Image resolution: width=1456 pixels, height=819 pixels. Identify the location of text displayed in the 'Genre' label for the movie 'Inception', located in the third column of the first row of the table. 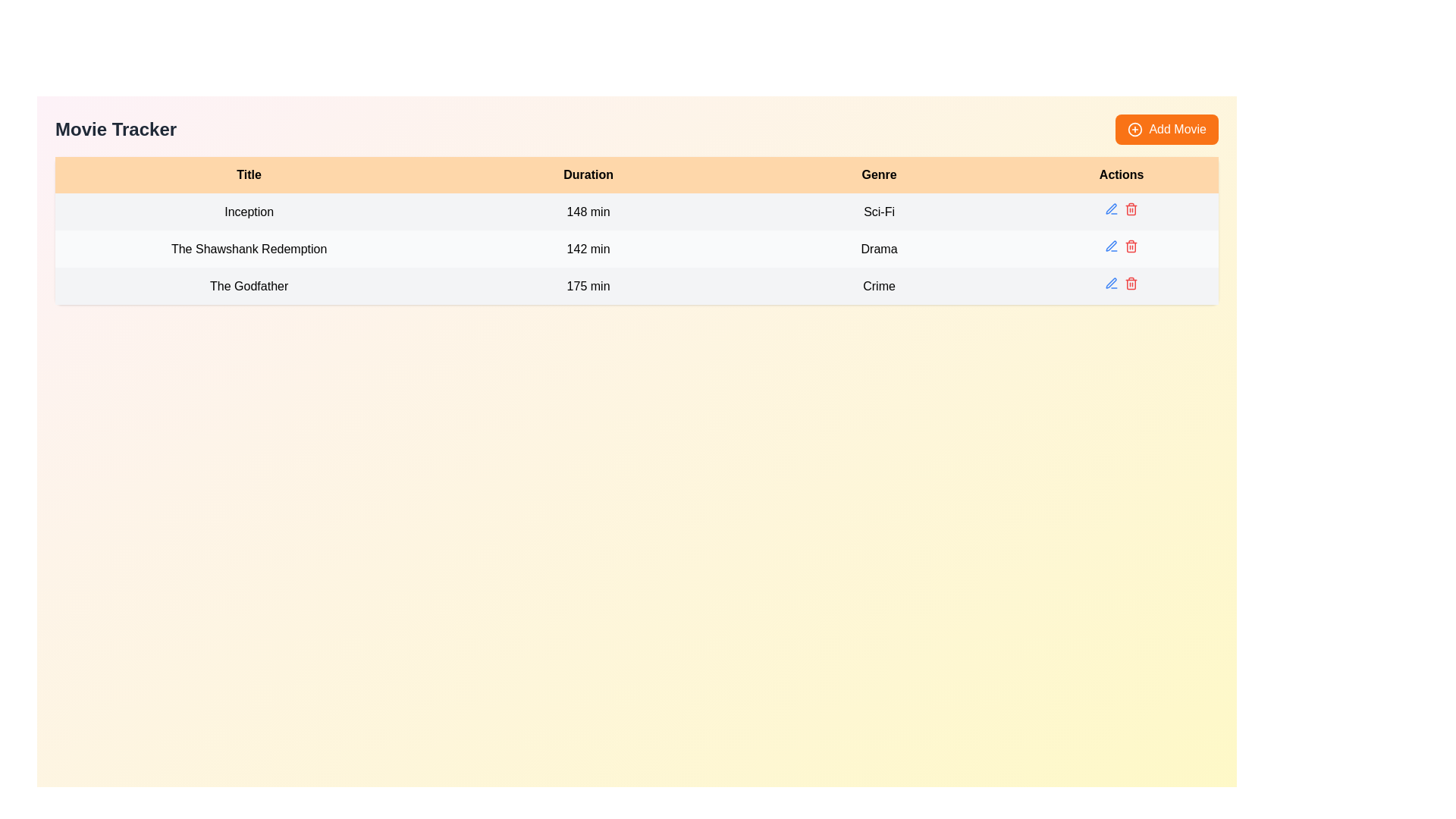
(879, 212).